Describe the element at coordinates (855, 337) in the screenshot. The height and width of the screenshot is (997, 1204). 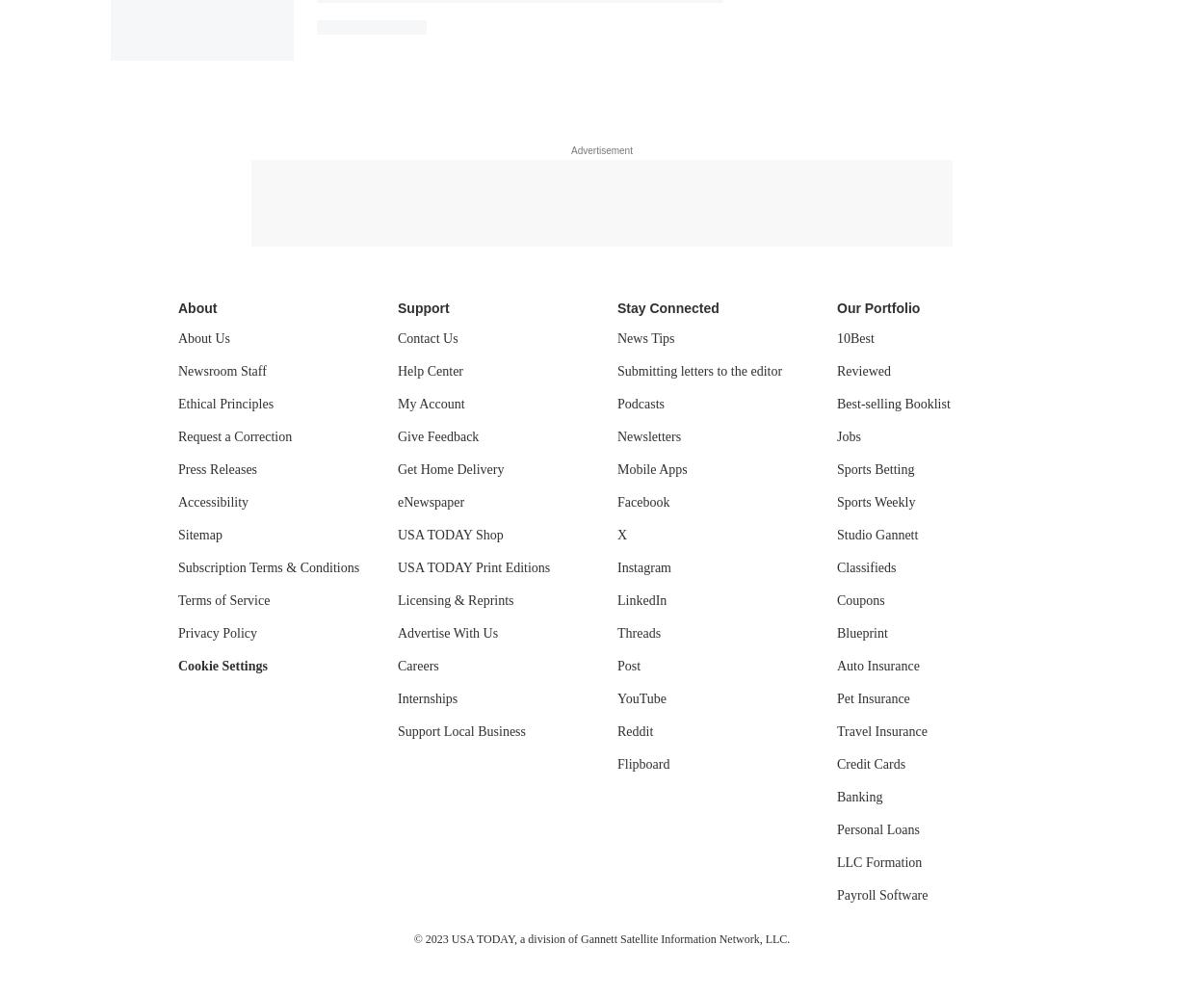
I see `'10Best'` at that location.